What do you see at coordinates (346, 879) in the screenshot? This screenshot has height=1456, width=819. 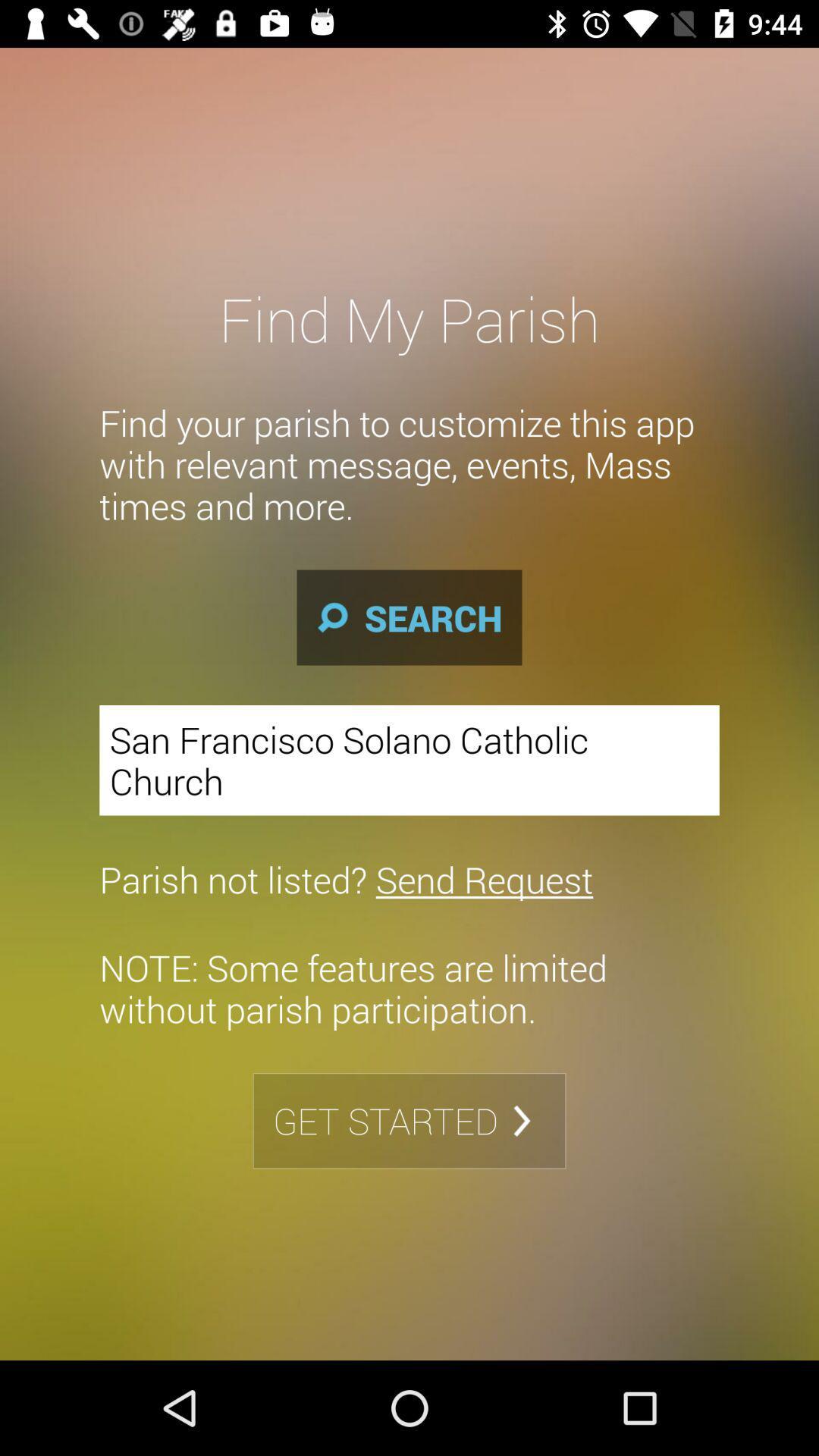 I see `item above note some features` at bounding box center [346, 879].